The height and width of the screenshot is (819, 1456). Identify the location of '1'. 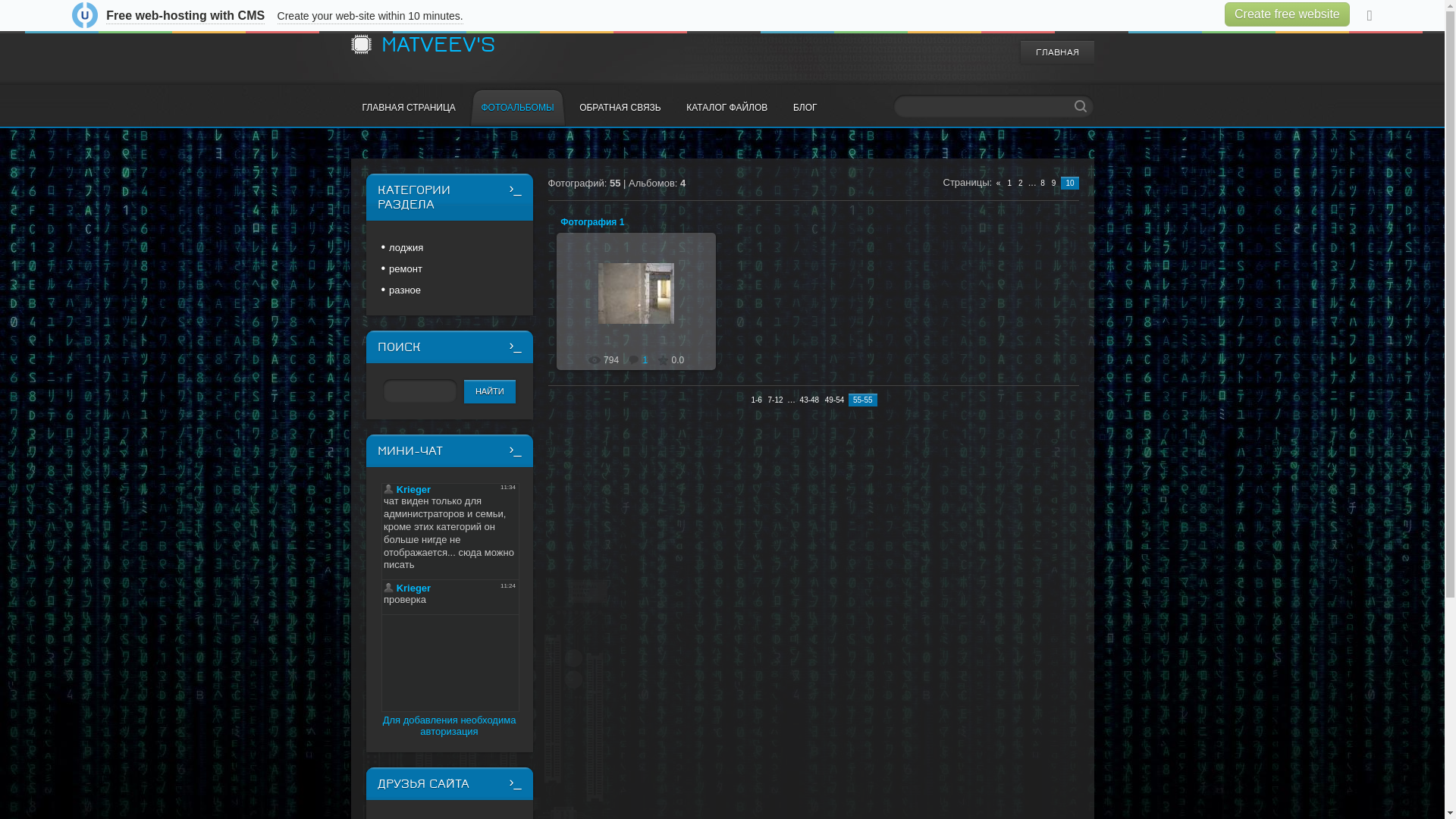
(1009, 182).